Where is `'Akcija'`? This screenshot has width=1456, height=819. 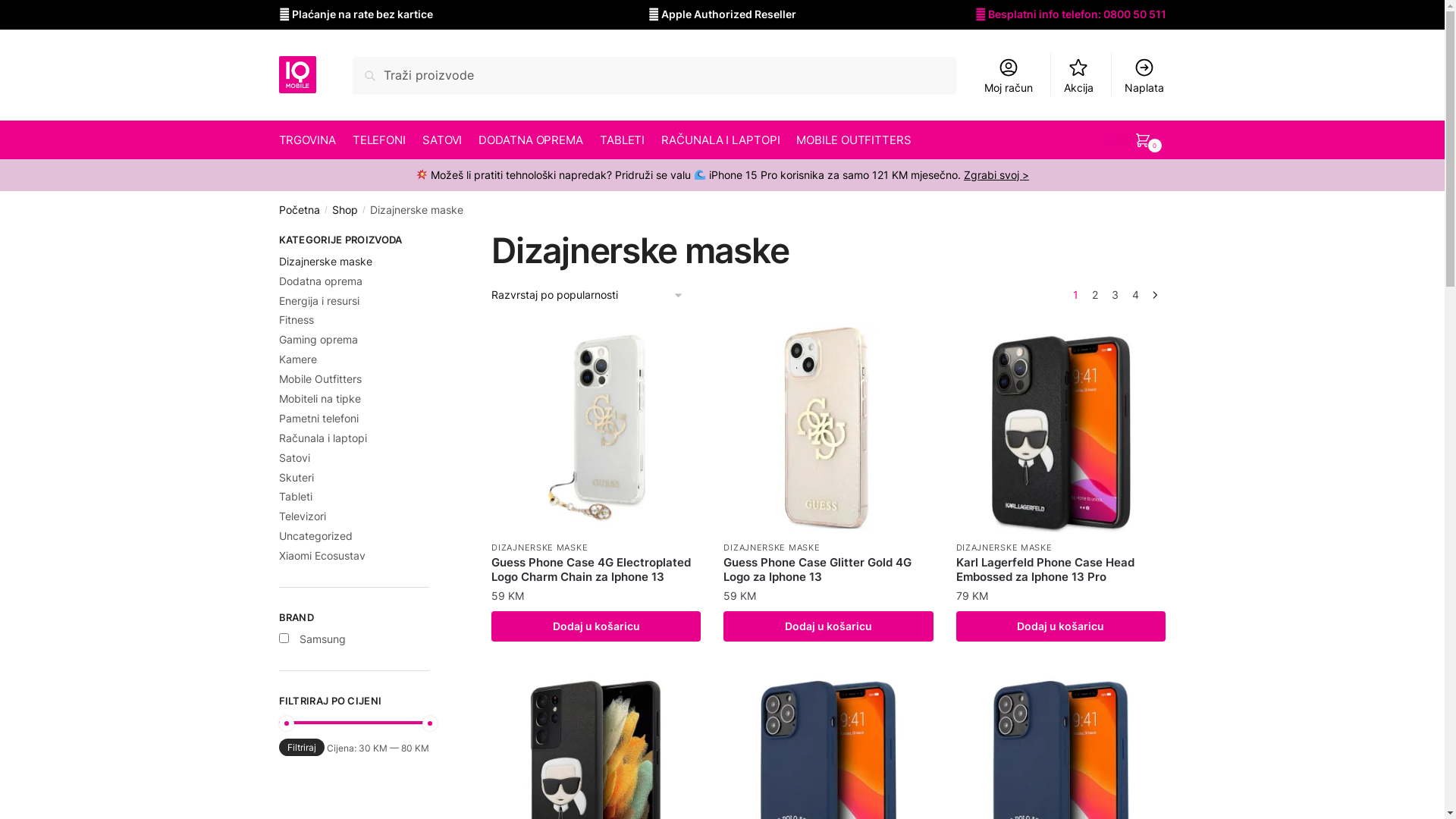
'Akcija' is located at coordinates (1053, 75).